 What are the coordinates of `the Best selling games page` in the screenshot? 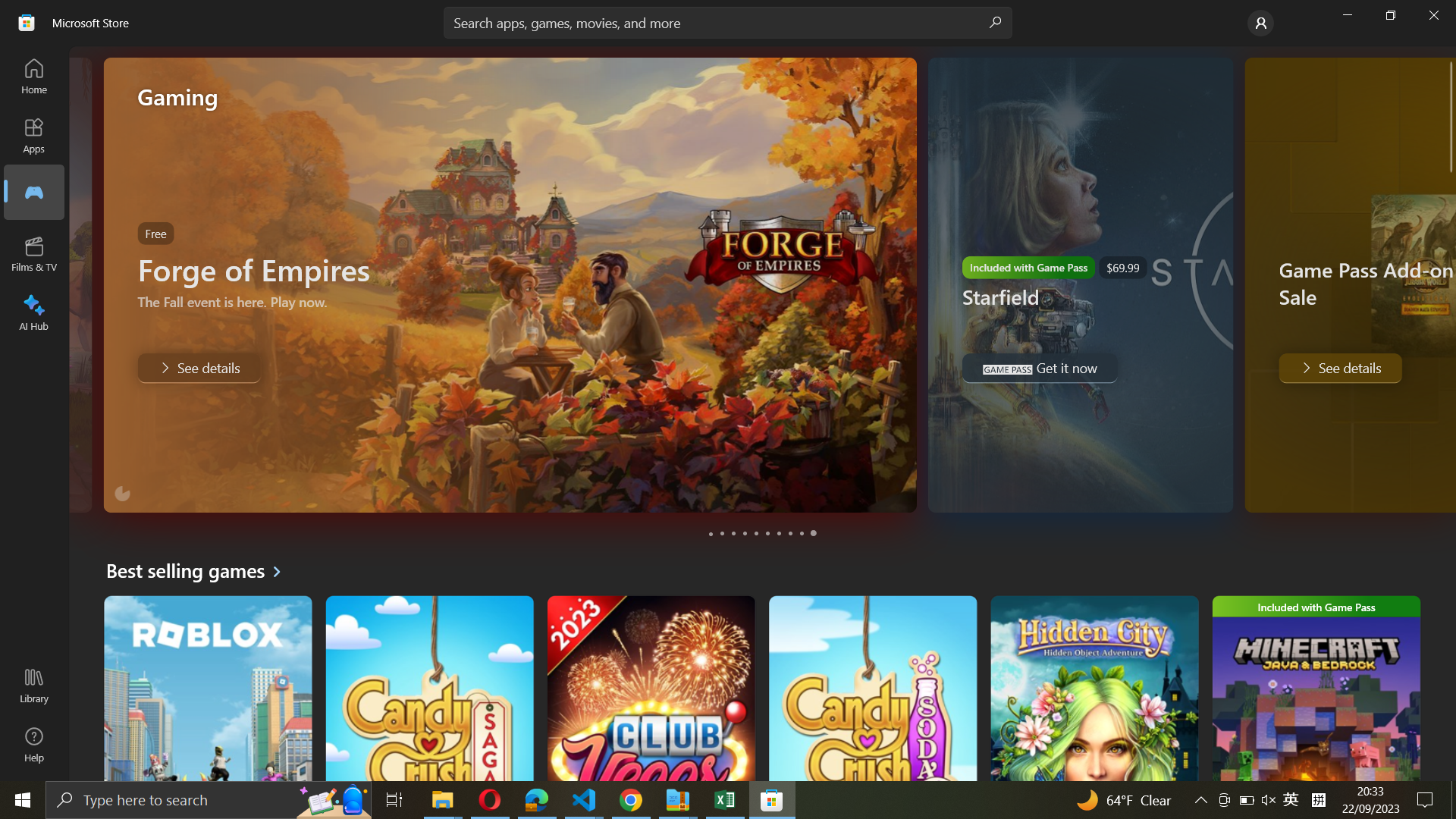 It's located at (199, 570).